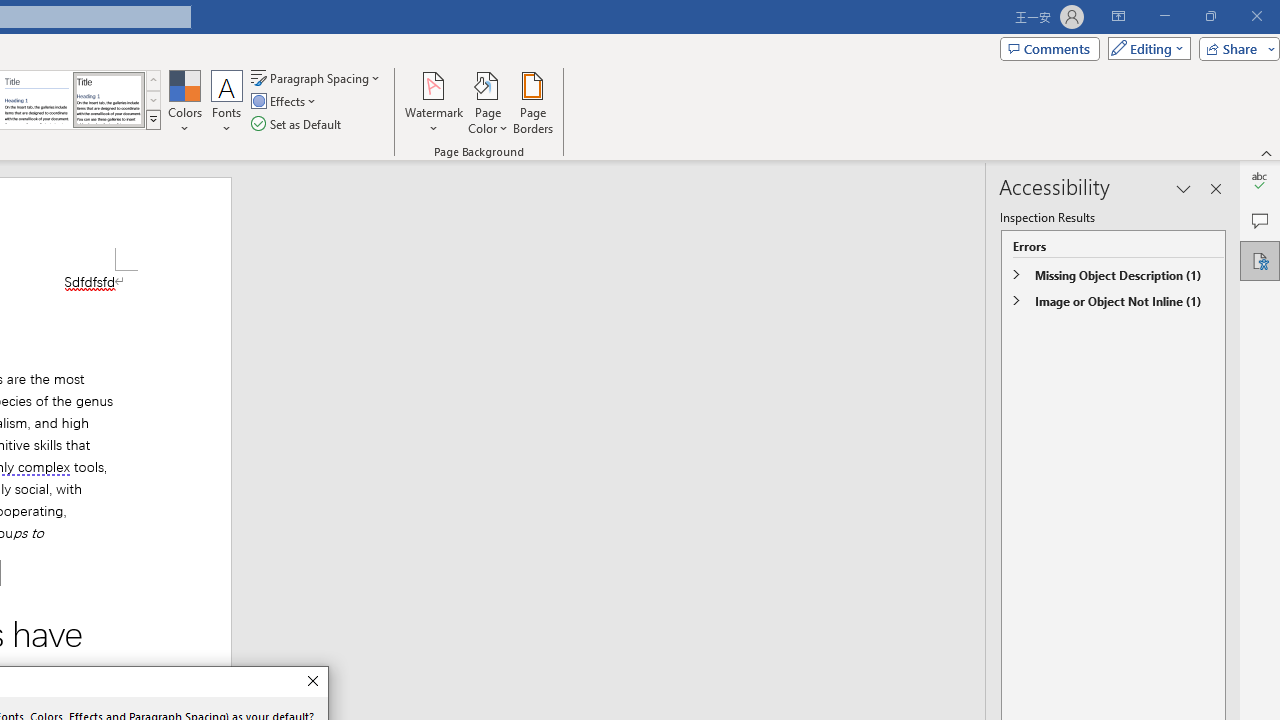 The width and height of the screenshot is (1280, 720). Describe the element at coordinates (488, 103) in the screenshot. I see `'Page Color'` at that location.